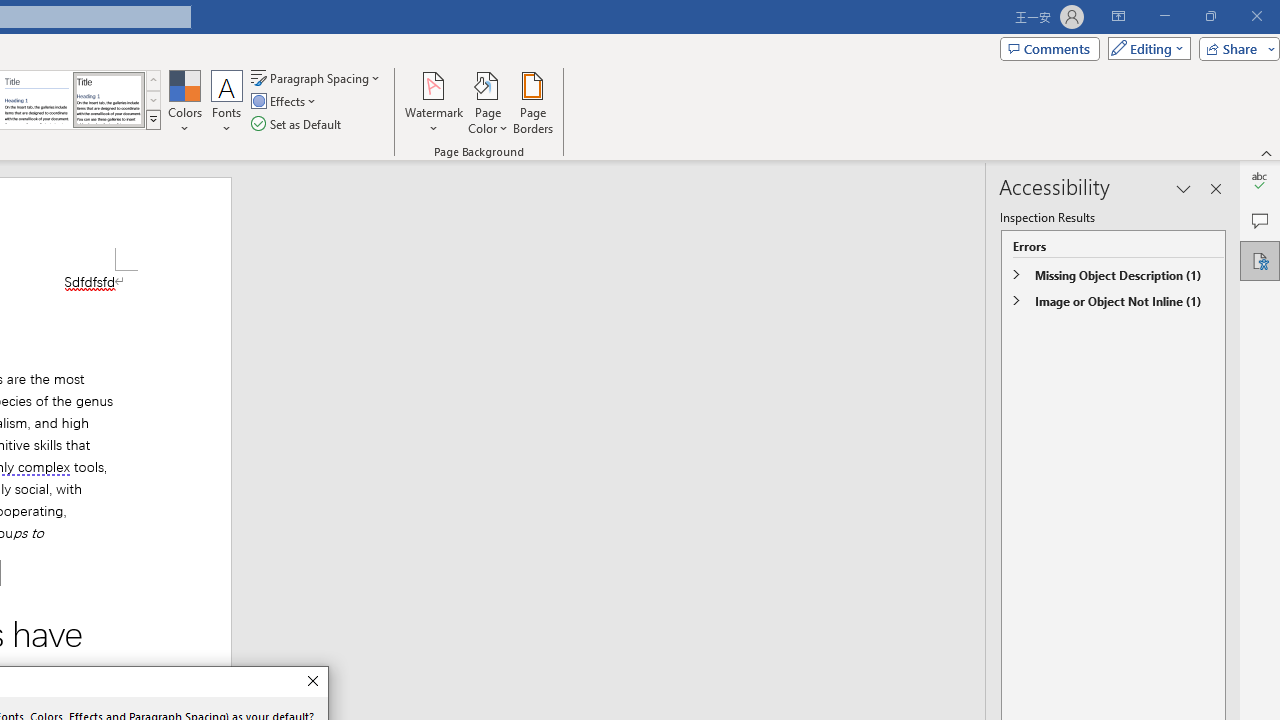 The width and height of the screenshot is (1280, 720). Describe the element at coordinates (488, 103) in the screenshot. I see `'Page Color'` at that location.